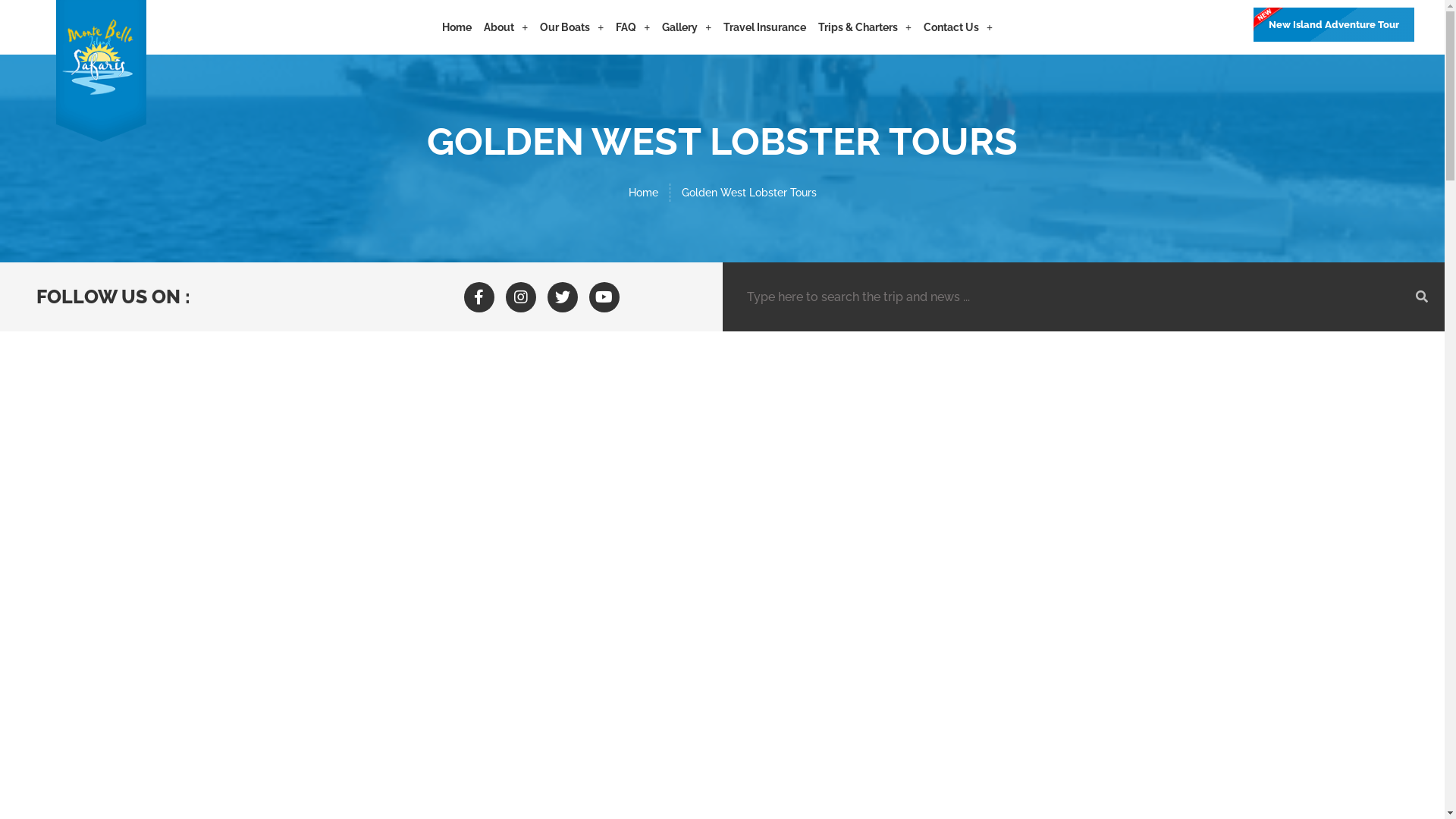 The width and height of the screenshot is (1456, 819). I want to click on 'Gallery', so click(686, 27).